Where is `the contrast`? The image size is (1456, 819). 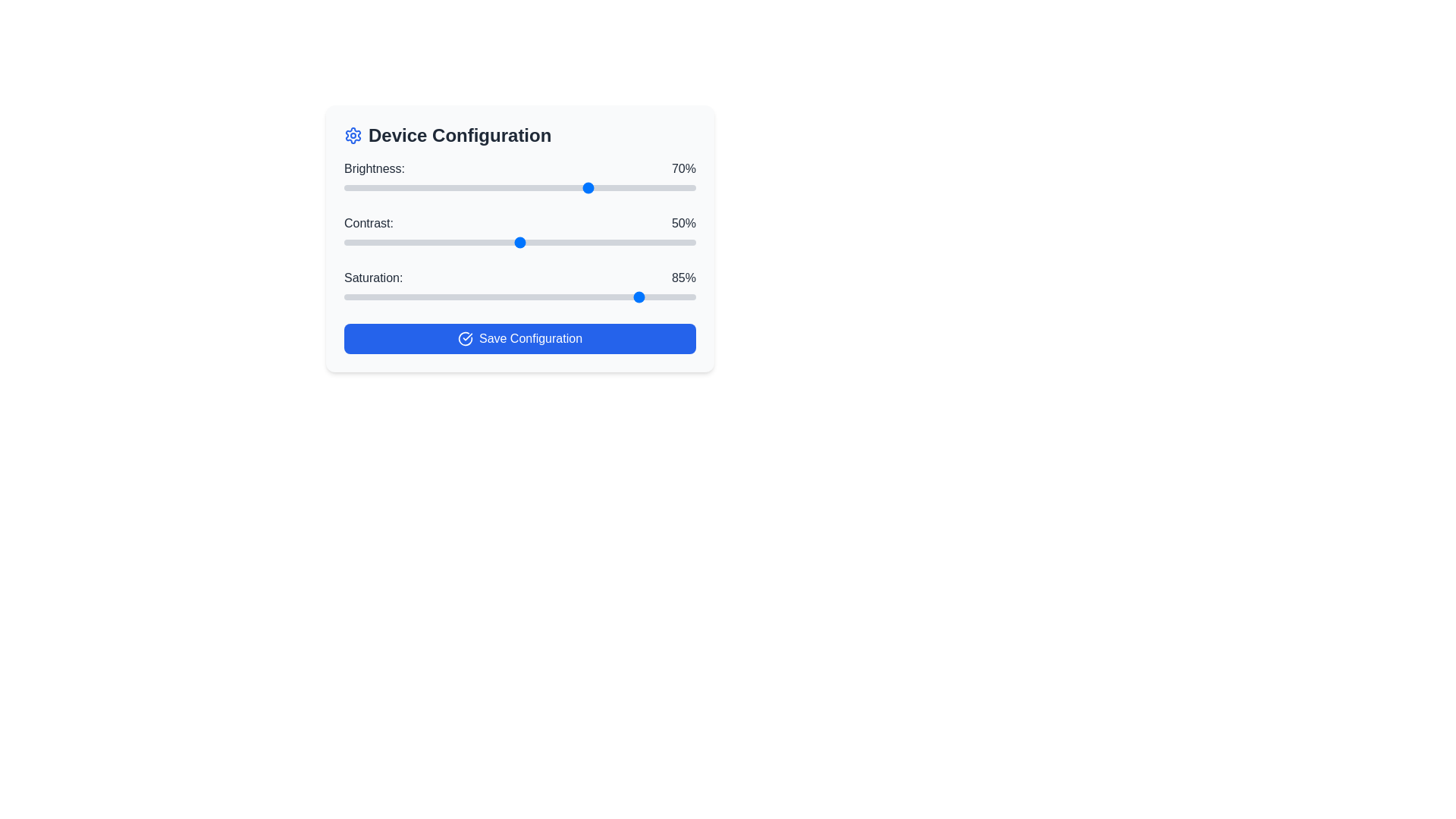
the contrast is located at coordinates (400, 242).